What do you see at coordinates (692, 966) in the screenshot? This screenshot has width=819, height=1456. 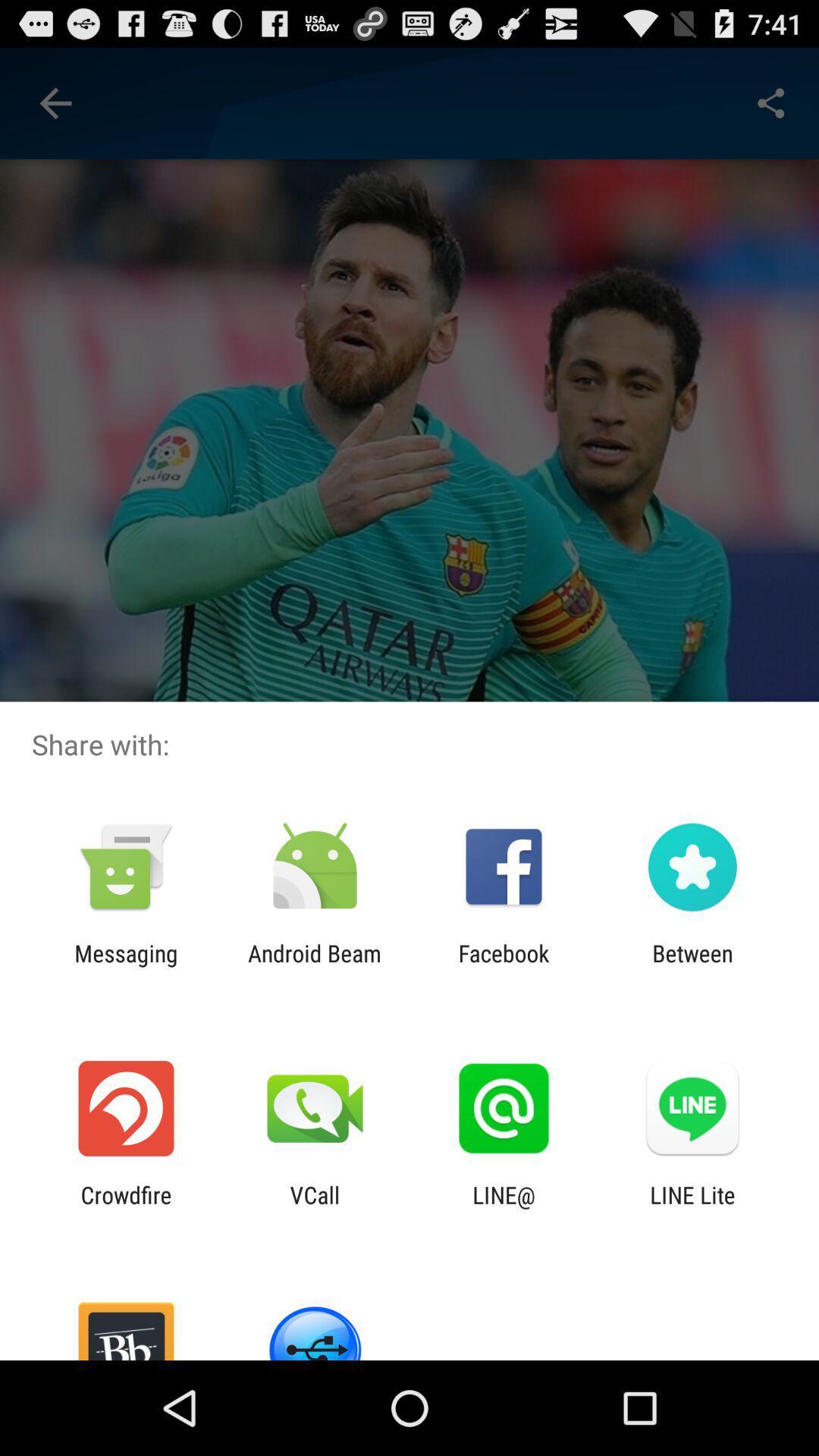 I see `between item` at bounding box center [692, 966].